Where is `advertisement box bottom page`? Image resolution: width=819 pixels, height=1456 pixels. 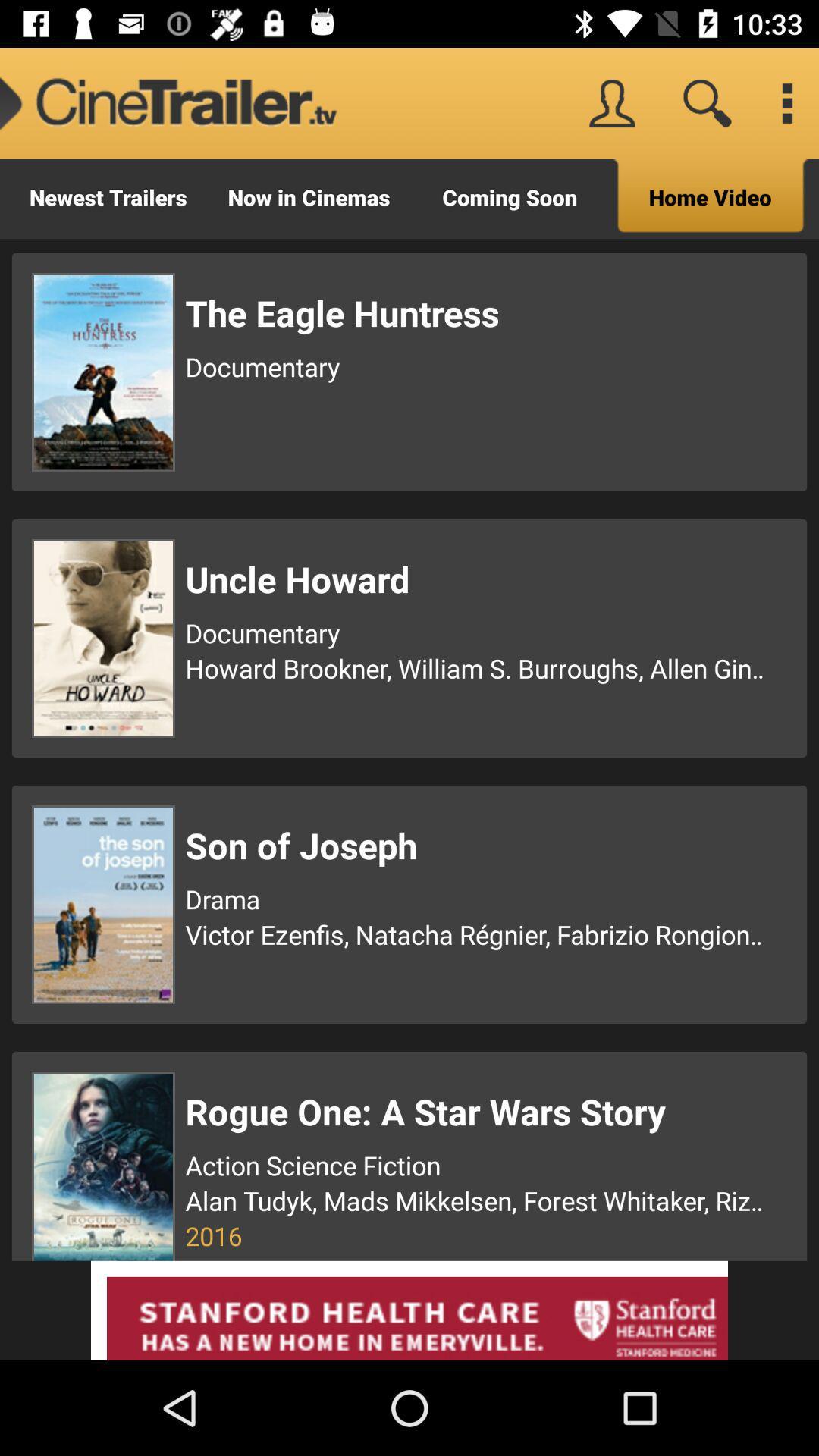 advertisement box bottom page is located at coordinates (409, 1310).